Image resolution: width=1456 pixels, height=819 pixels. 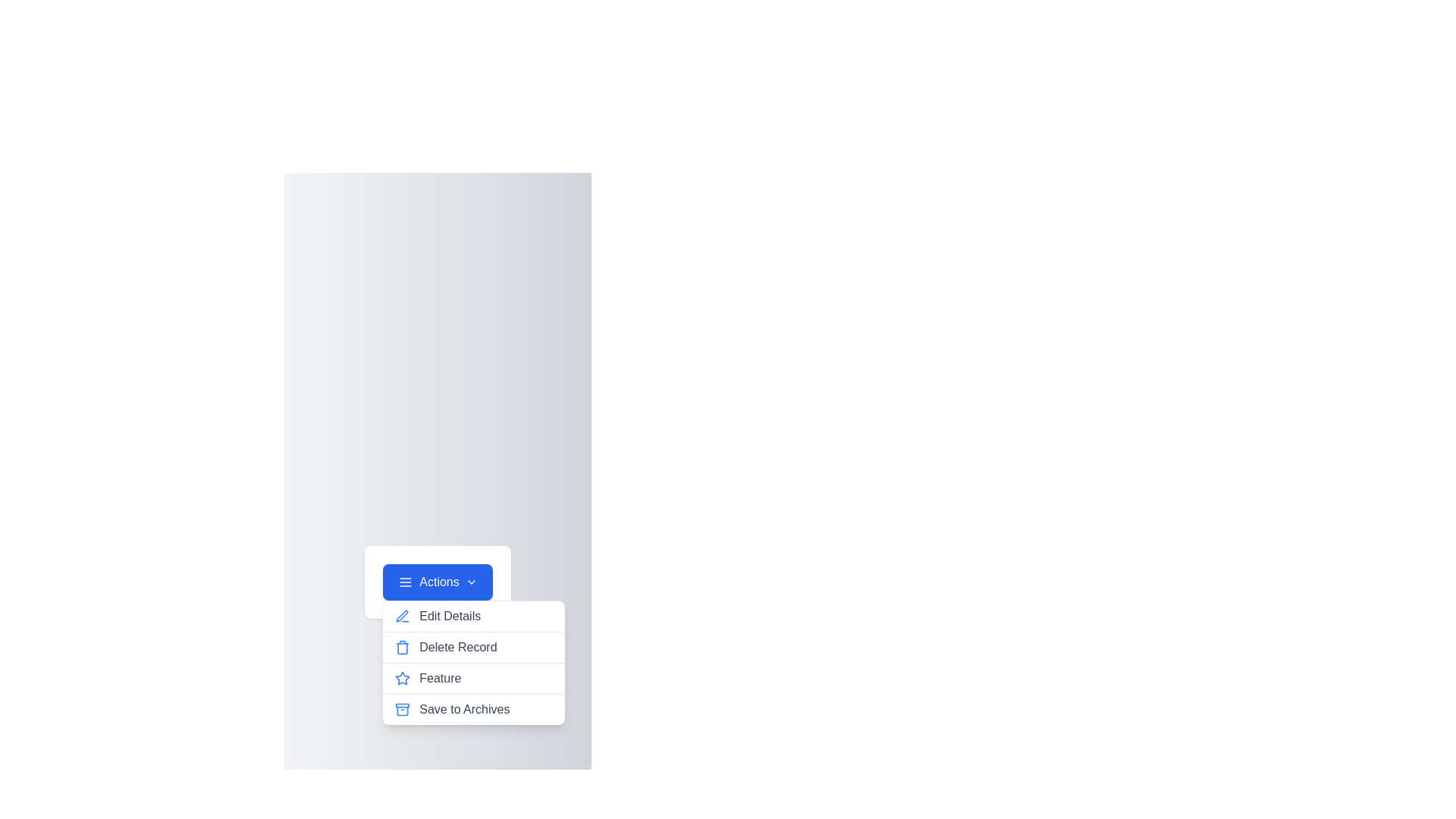 What do you see at coordinates (472, 710) in the screenshot?
I see `the option Save to Archives from the dropdown menu` at bounding box center [472, 710].